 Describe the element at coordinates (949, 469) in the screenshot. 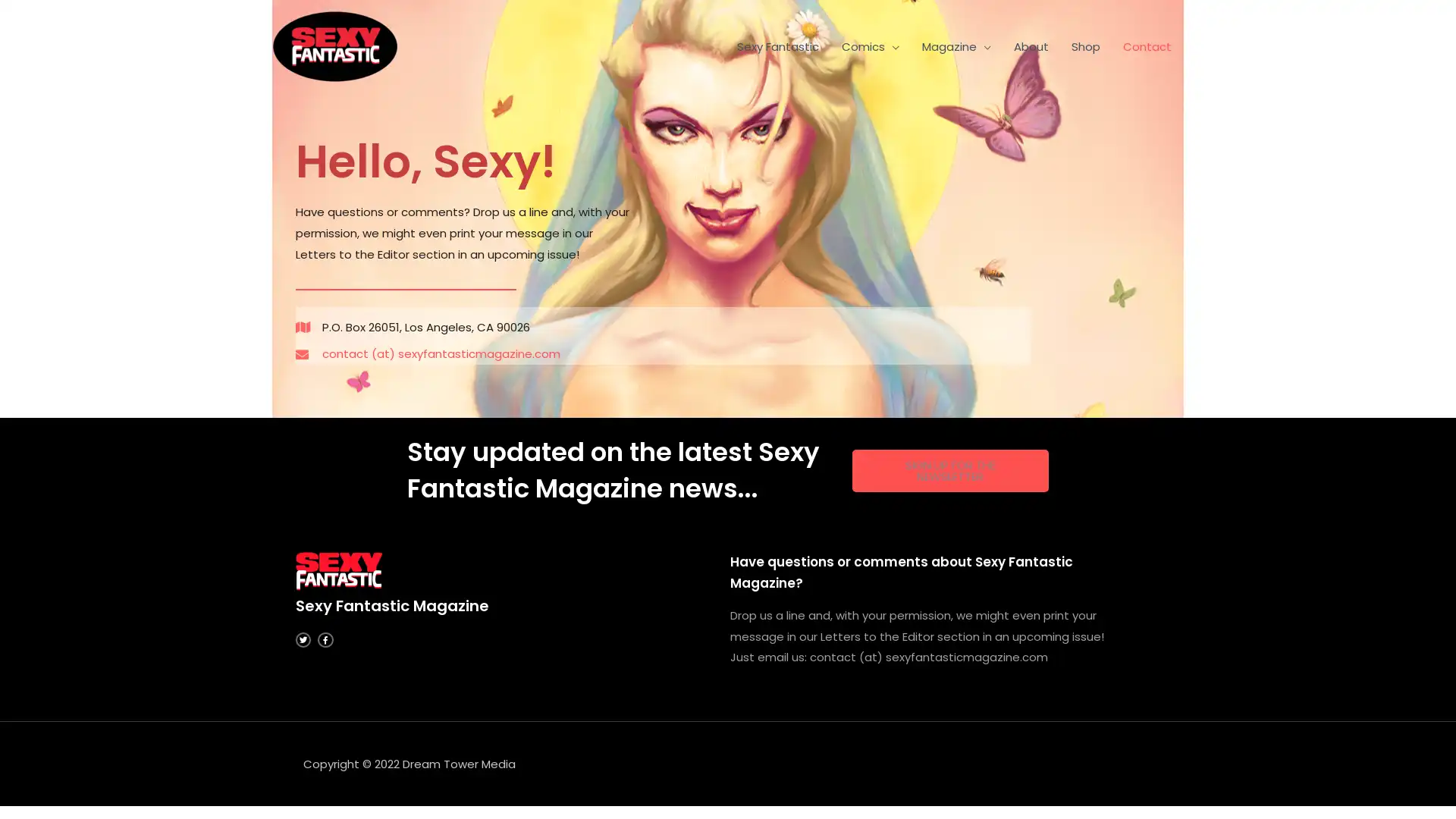

I see `SIGN UP FOR THE NEWSLETTER` at that location.